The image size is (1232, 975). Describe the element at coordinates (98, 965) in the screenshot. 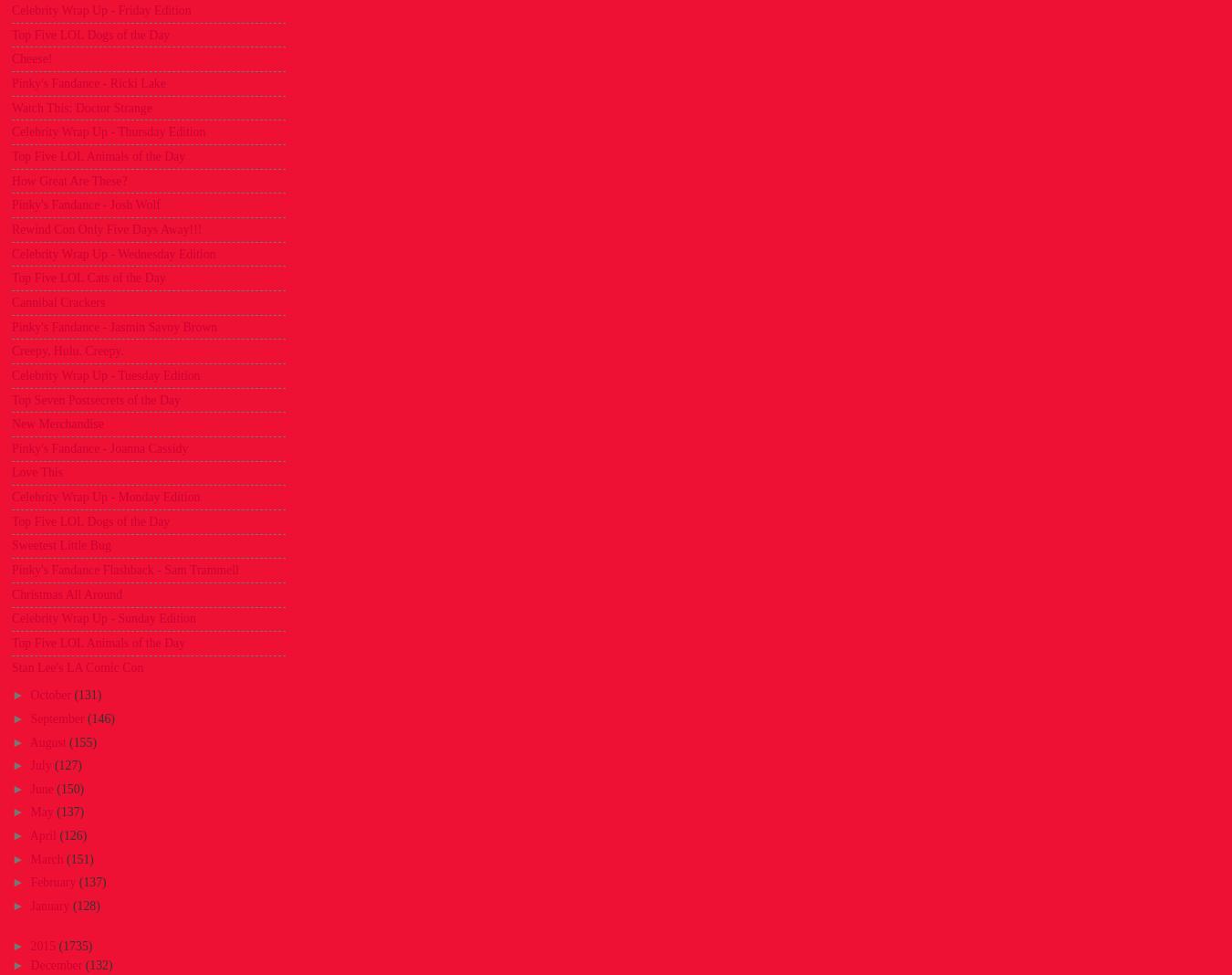

I see `'(132)'` at that location.